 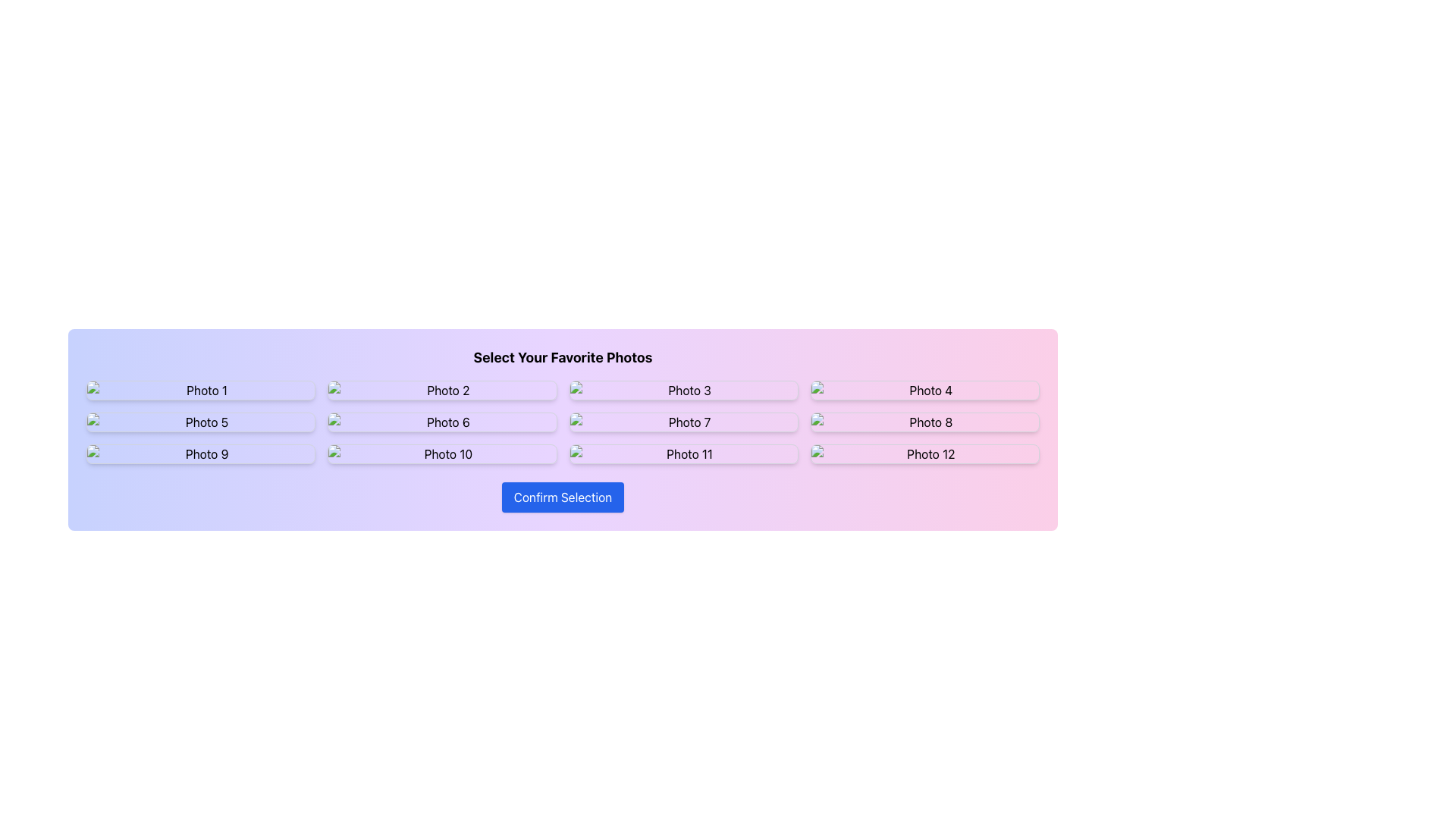 I want to click on the 'Photo 10' selectable thumbnail, which is a rectangular photo thumbnail with a soft gray border and a pastel purple background, so click(x=441, y=453).